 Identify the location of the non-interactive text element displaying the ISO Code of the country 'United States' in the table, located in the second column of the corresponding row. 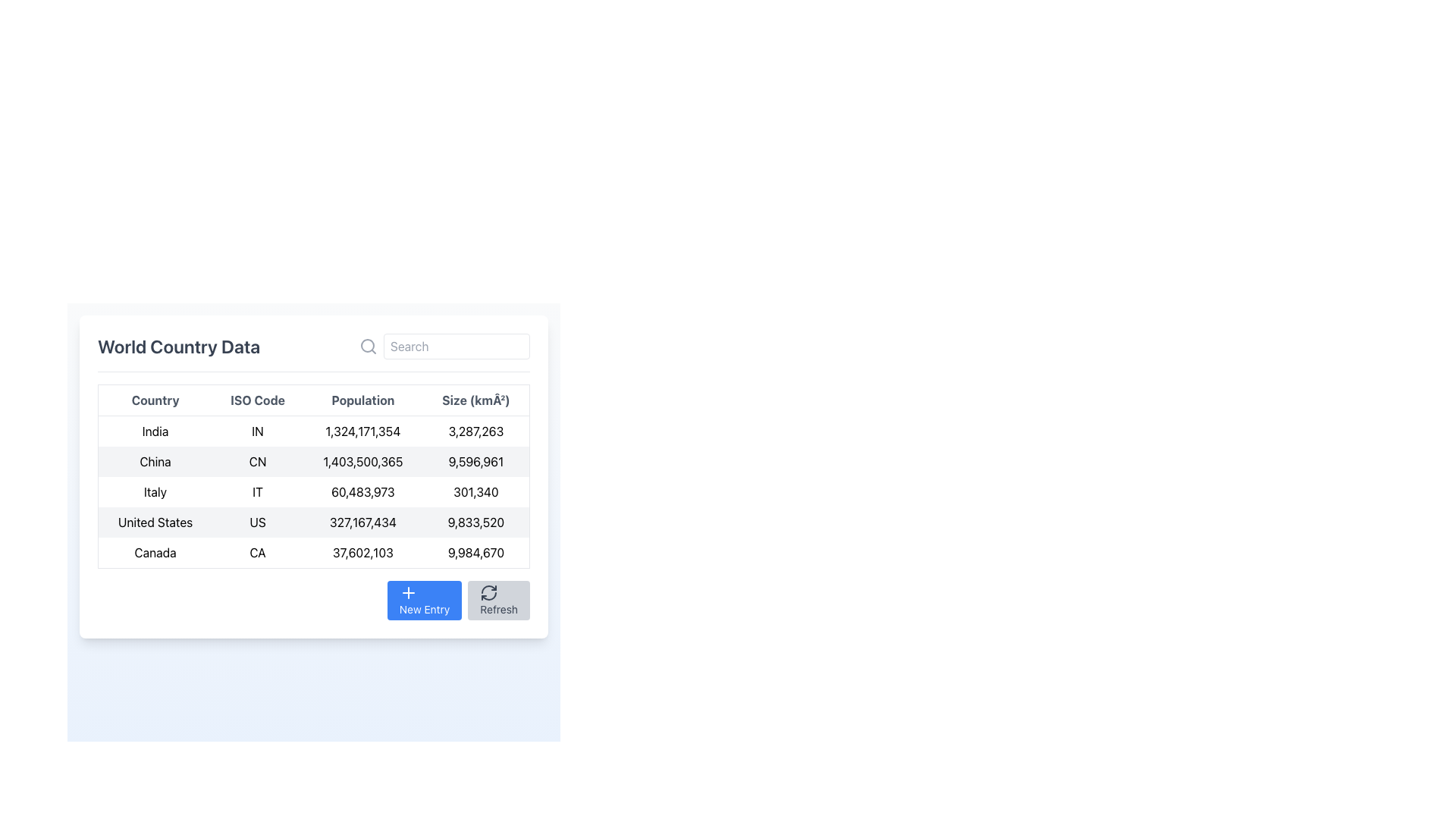
(258, 522).